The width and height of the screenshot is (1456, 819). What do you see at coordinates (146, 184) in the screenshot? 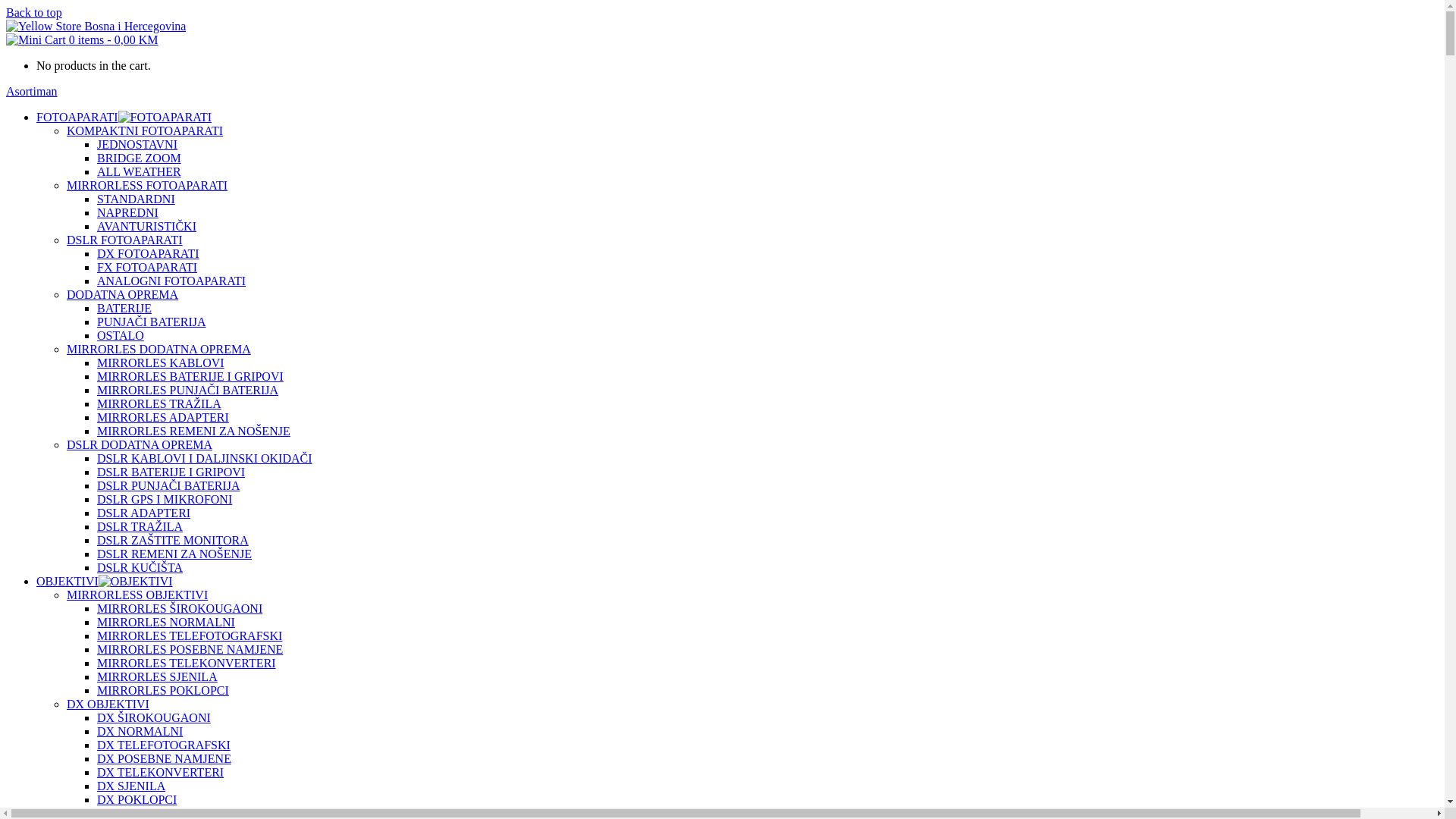
I see `'MIRRORLESS FOTOAPARATI'` at bounding box center [146, 184].